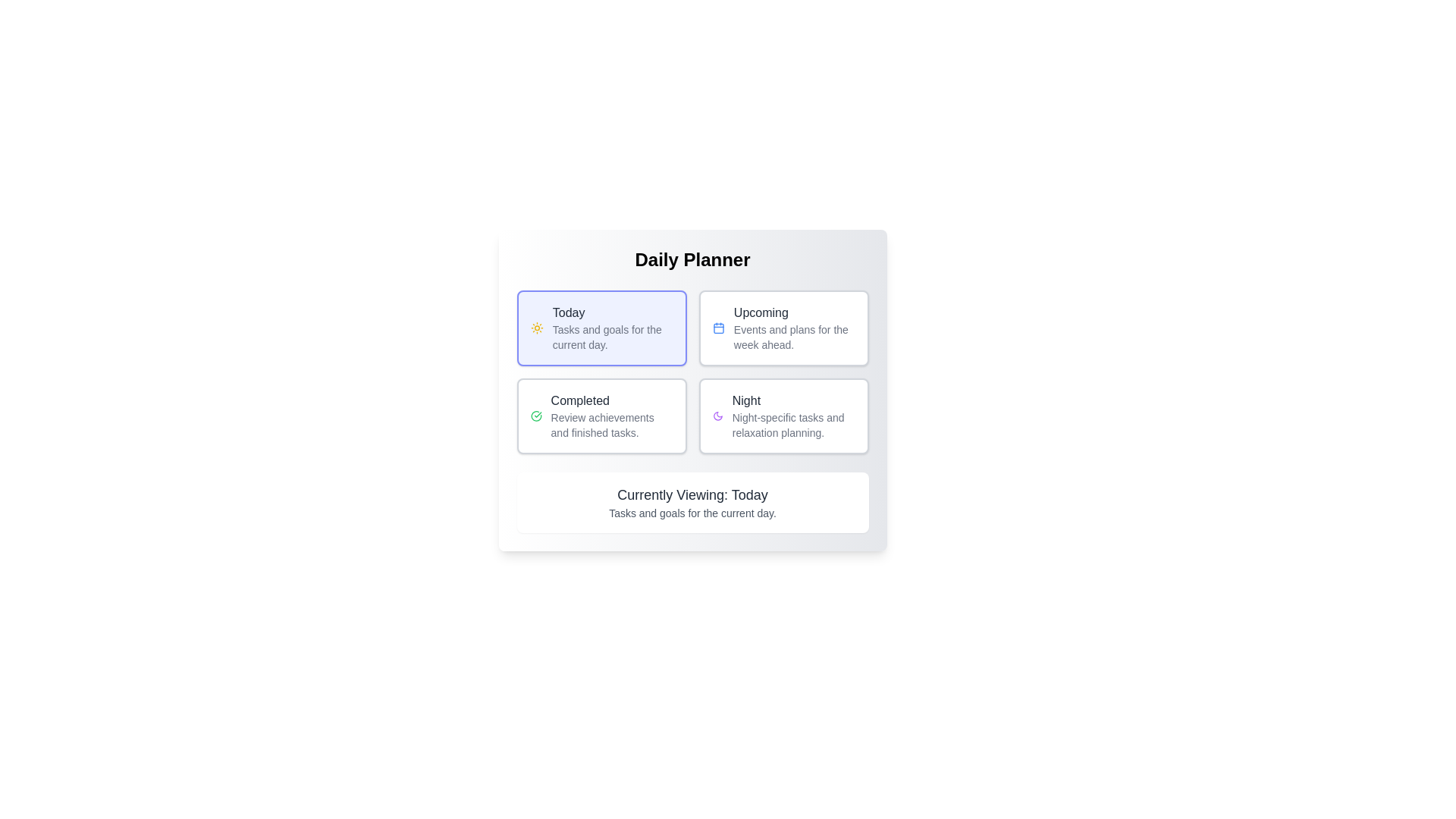 This screenshot has width=1456, height=819. Describe the element at coordinates (692, 513) in the screenshot. I see `explanatory text label located at the bottom of the 'Currently Viewing: Today' card in the 'Daily Planner' interface, positioned directly beneath the title text` at that location.